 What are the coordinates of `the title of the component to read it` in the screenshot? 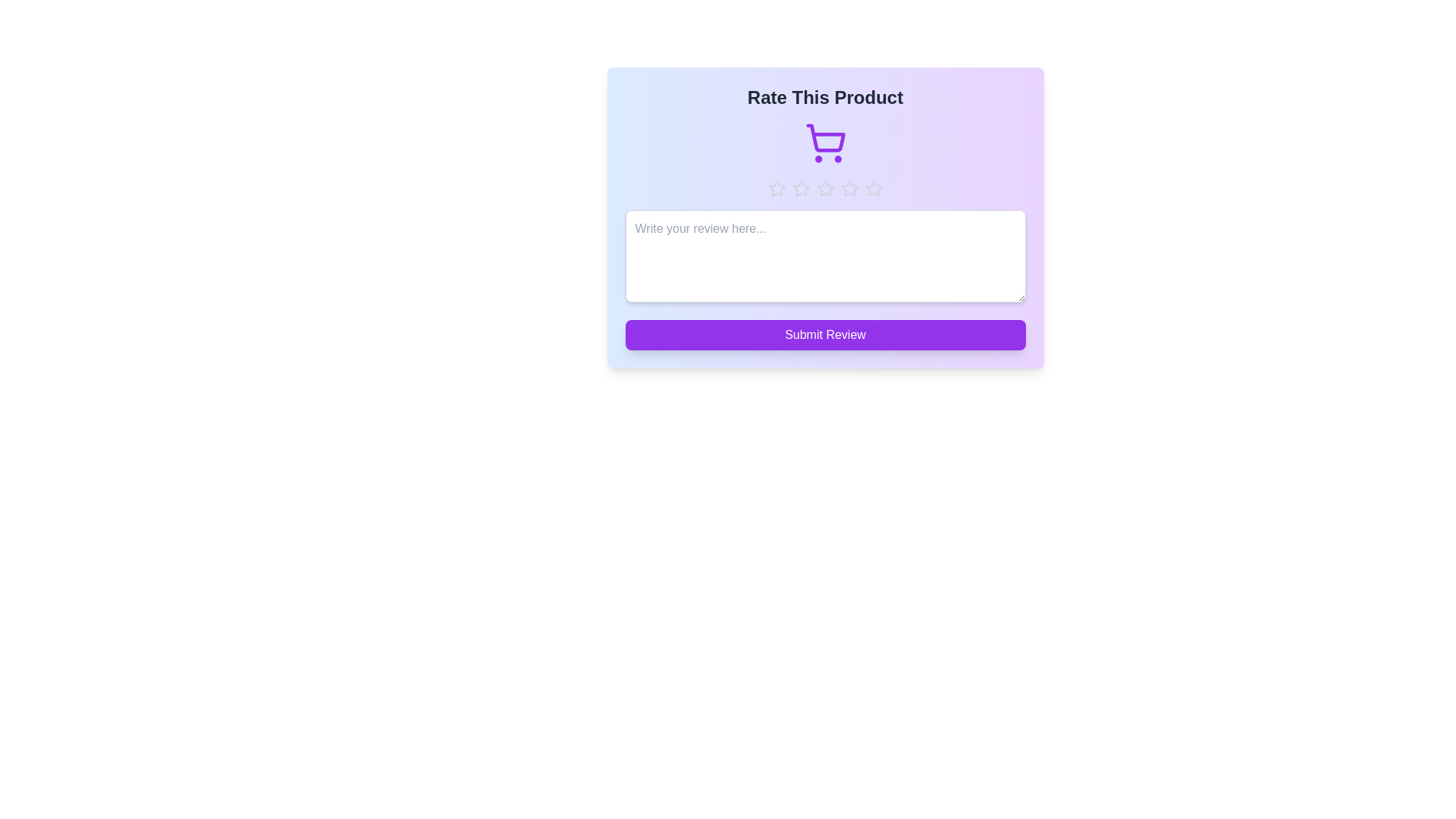 It's located at (824, 97).